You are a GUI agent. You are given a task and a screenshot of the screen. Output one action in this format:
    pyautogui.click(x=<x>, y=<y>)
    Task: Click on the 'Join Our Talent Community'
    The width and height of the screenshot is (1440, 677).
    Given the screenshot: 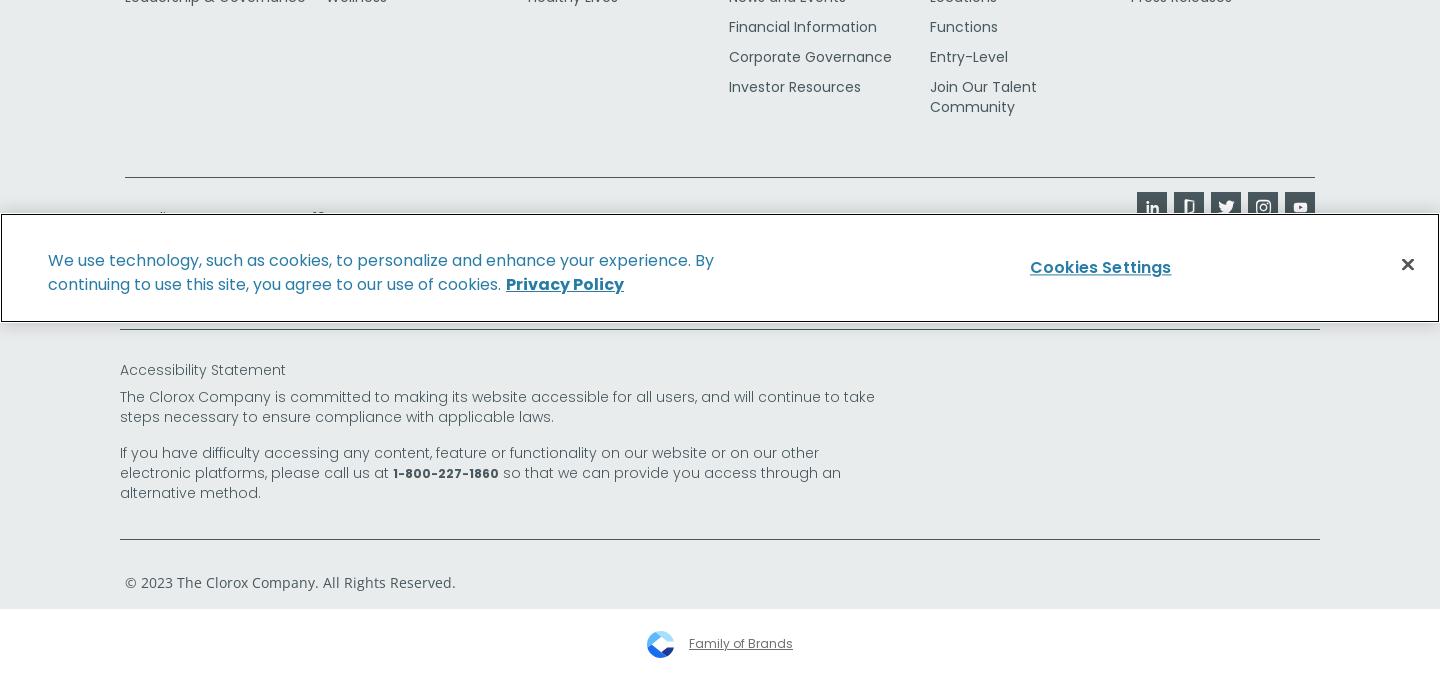 What is the action you would take?
    pyautogui.click(x=982, y=97)
    